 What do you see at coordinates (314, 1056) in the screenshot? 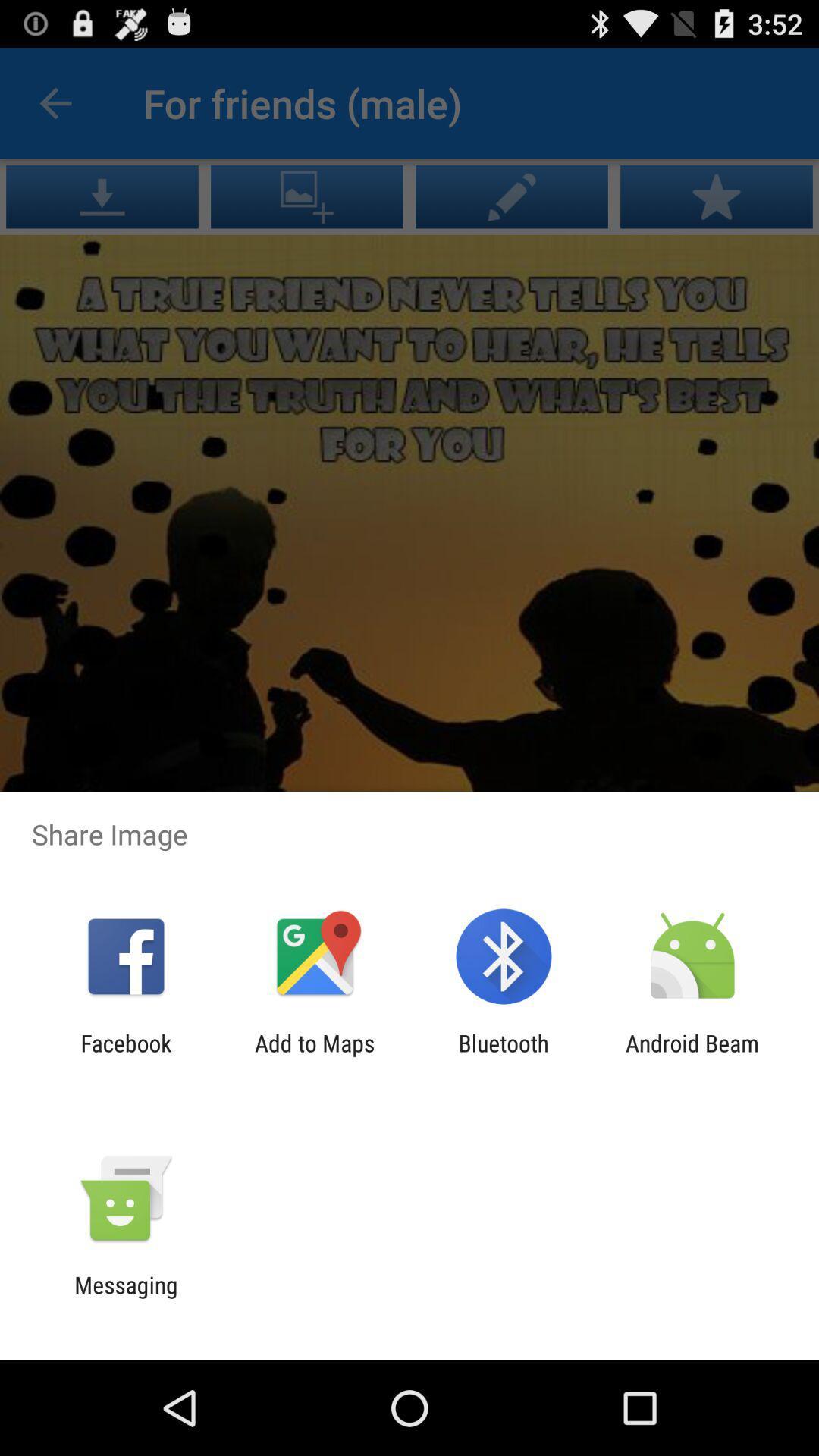
I see `icon to the right of facebook` at bounding box center [314, 1056].